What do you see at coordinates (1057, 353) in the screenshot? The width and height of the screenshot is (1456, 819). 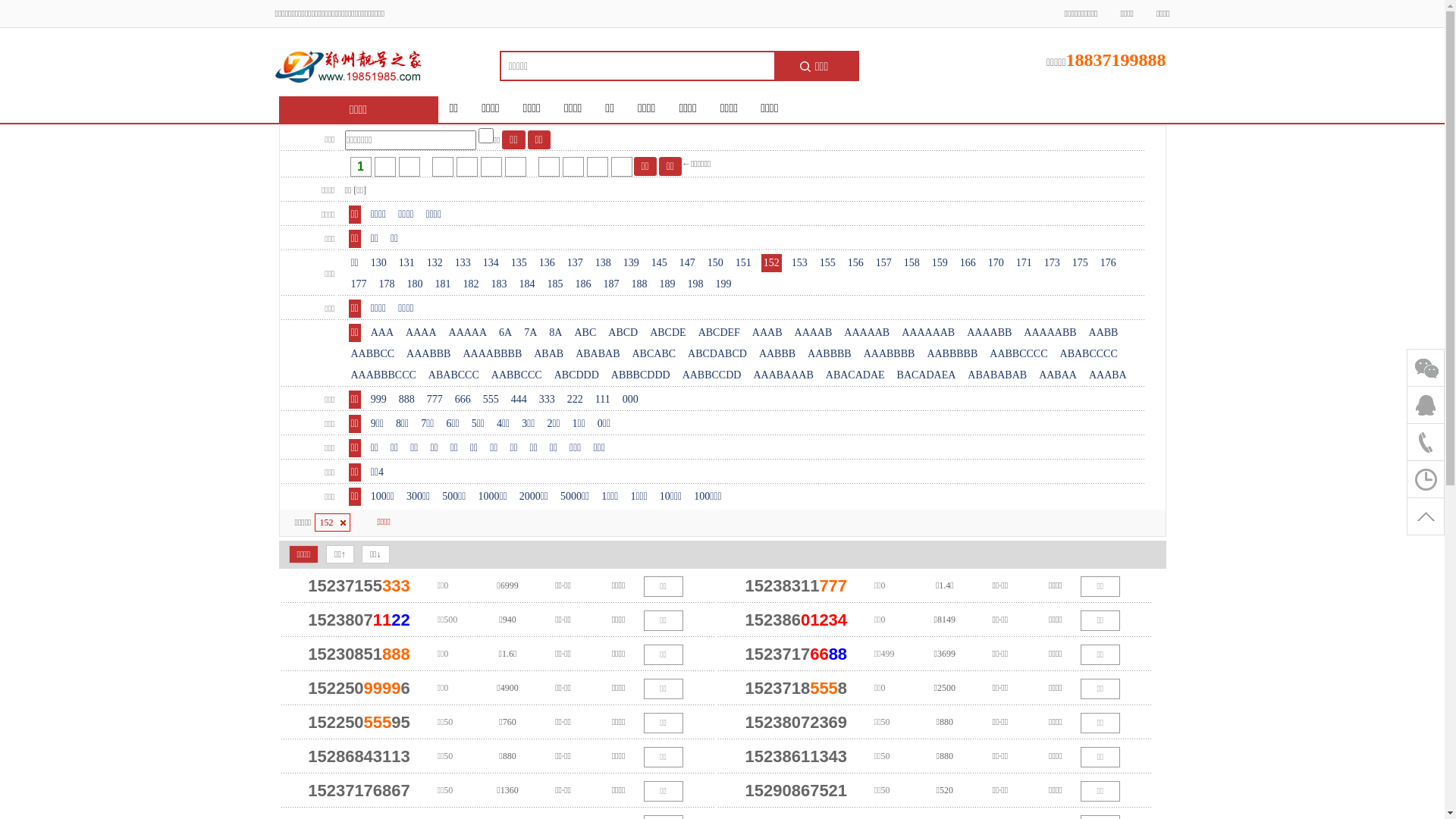 I see `'ABABCCCC'` at bounding box center [1057, 353].